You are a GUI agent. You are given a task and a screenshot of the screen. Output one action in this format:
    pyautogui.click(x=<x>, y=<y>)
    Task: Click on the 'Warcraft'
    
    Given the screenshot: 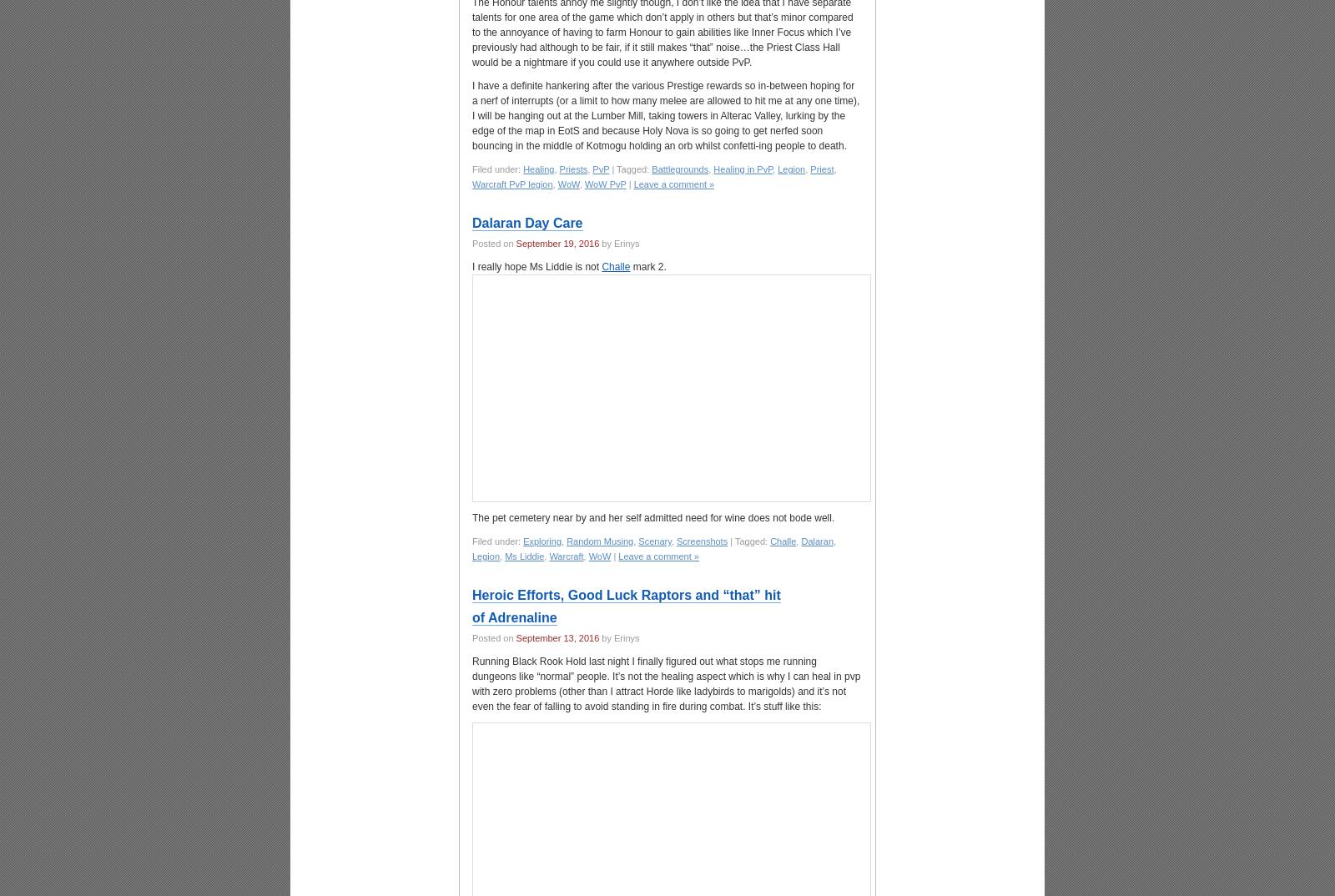 What is the action you would take?
    pyautogui.click(x=566, y=555)
    